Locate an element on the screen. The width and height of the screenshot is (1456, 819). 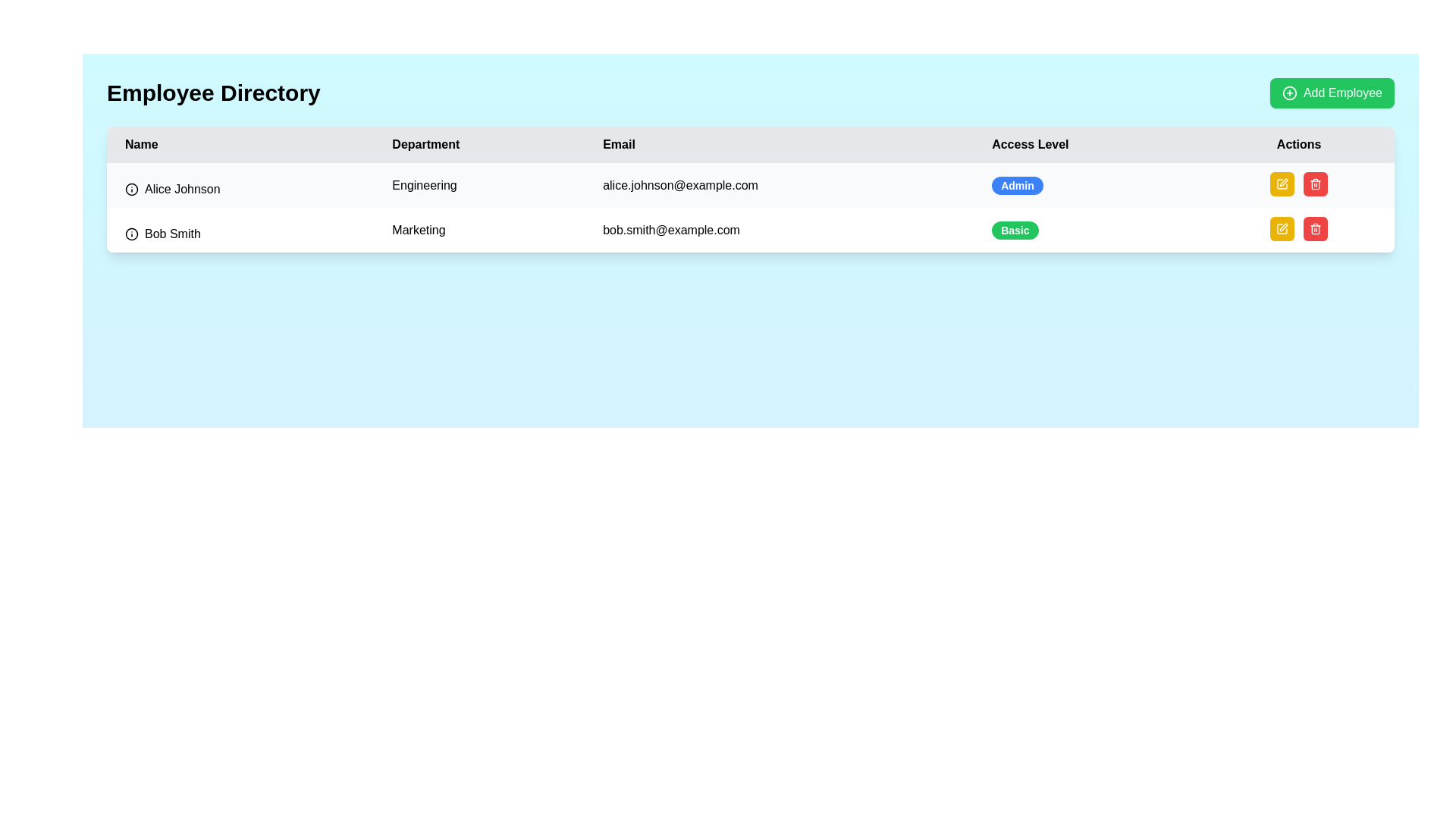
the 'Add Employee' button located at the top-right corner adjacent to the 'Employee Directory' label is located at coordinates (1331, 93).